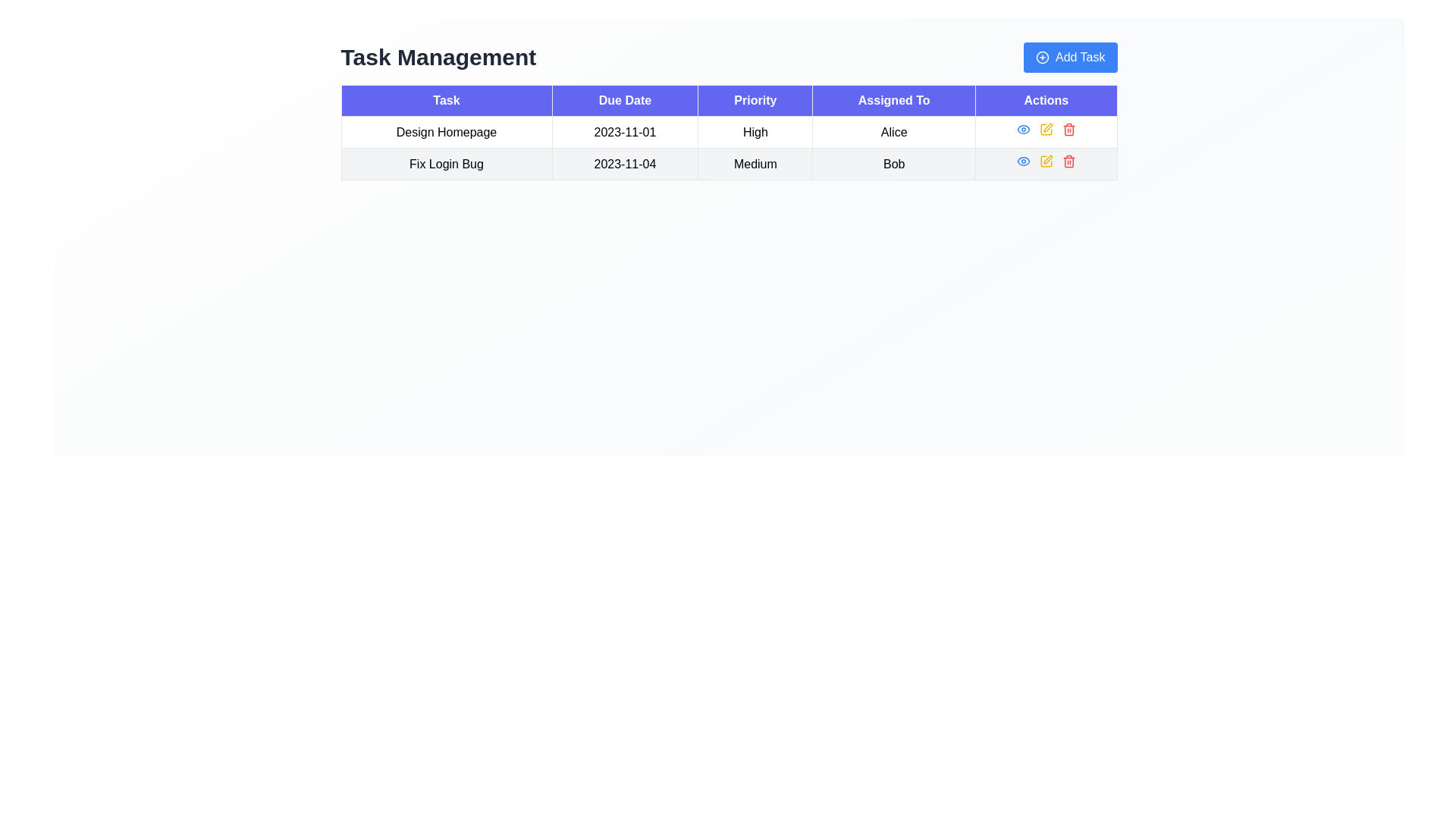  Describe the element at coordinates (1068, 161) in the screenshot. I see `the red trash icon in the 'Actions' column of the 'Fix Login Bug' task row` at that location.